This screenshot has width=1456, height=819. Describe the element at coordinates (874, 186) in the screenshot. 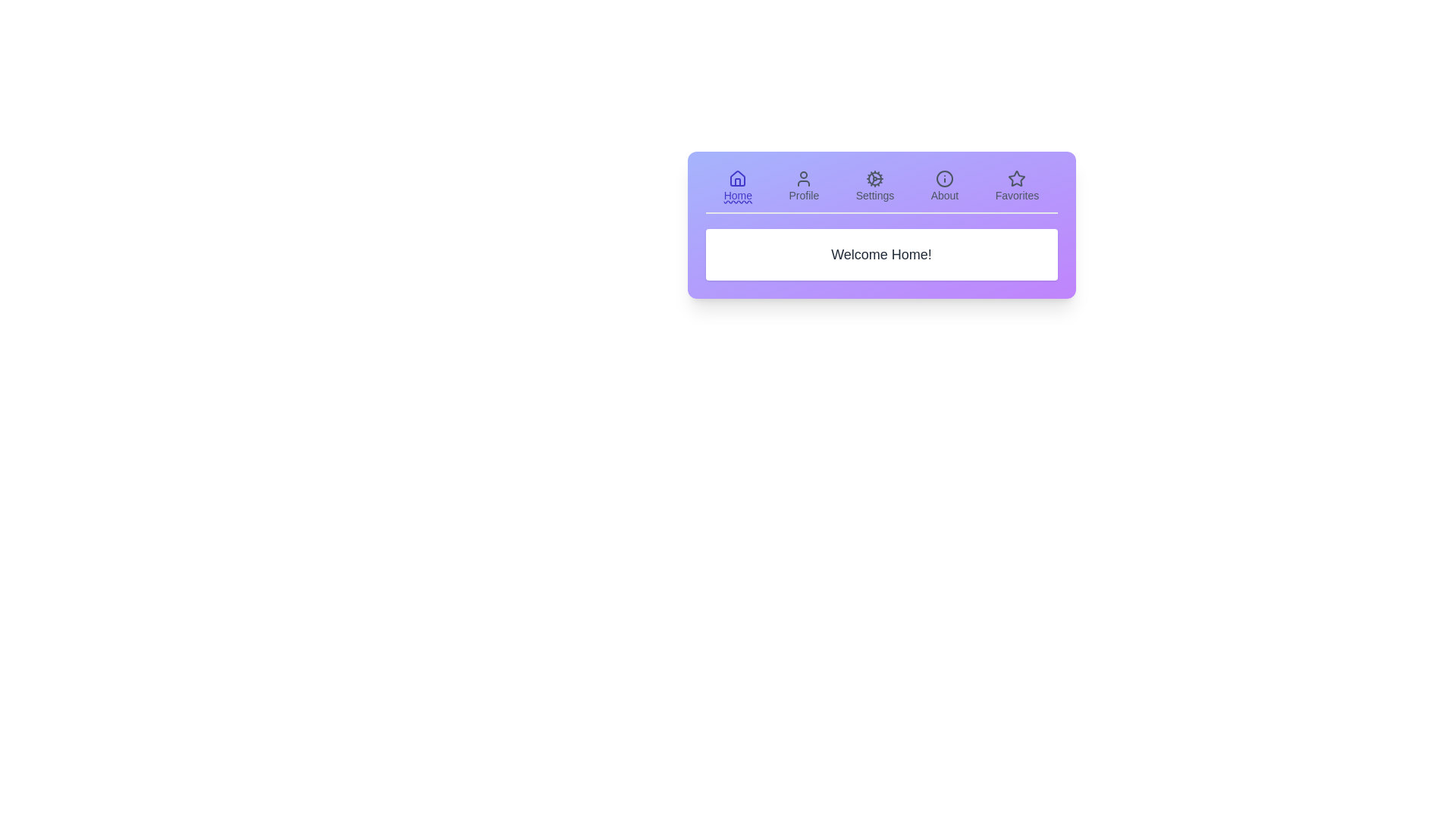

I see `the icon corresponding to the Settings tab` at that location.